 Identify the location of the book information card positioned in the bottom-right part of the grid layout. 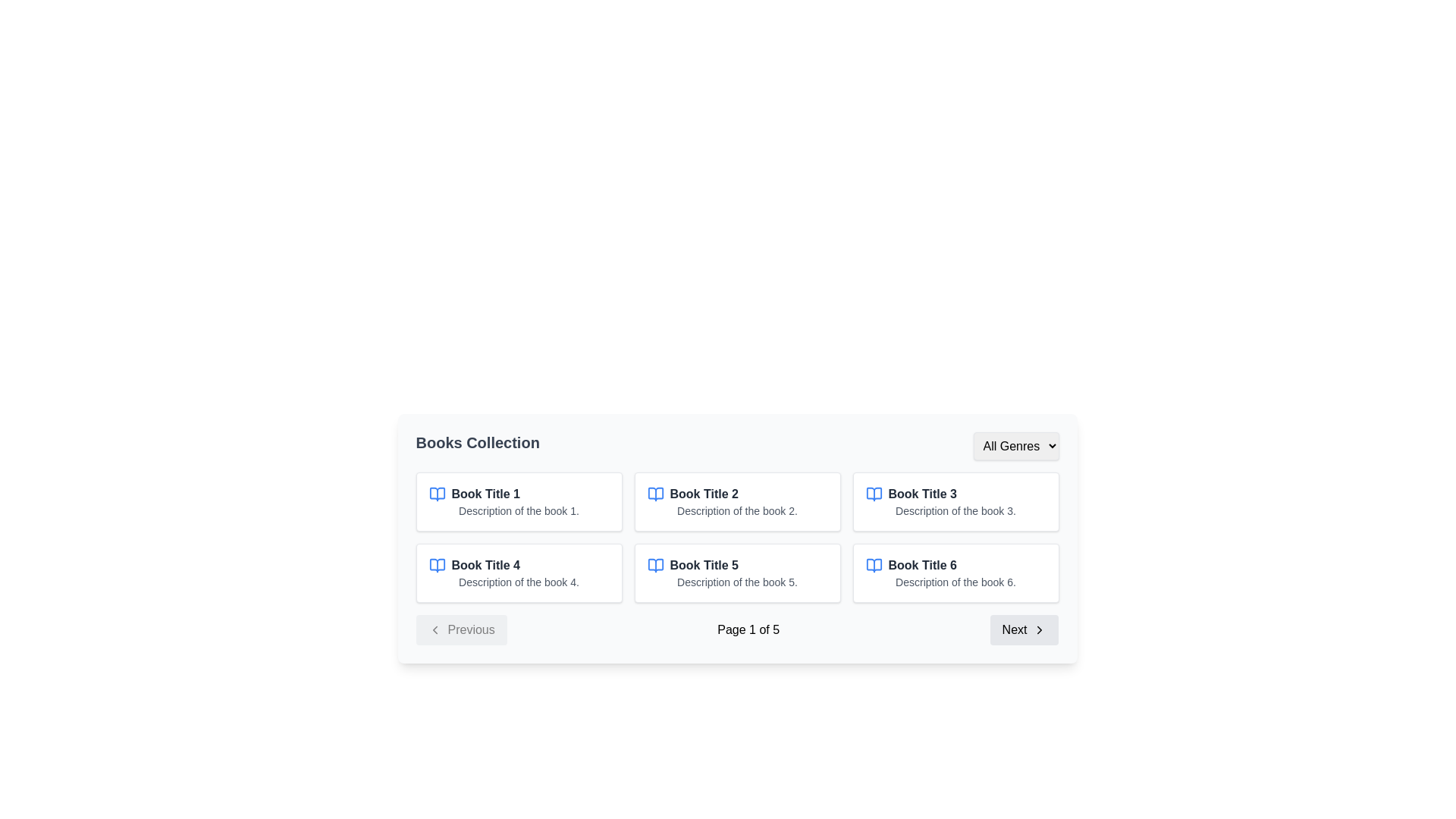
(955, 573).